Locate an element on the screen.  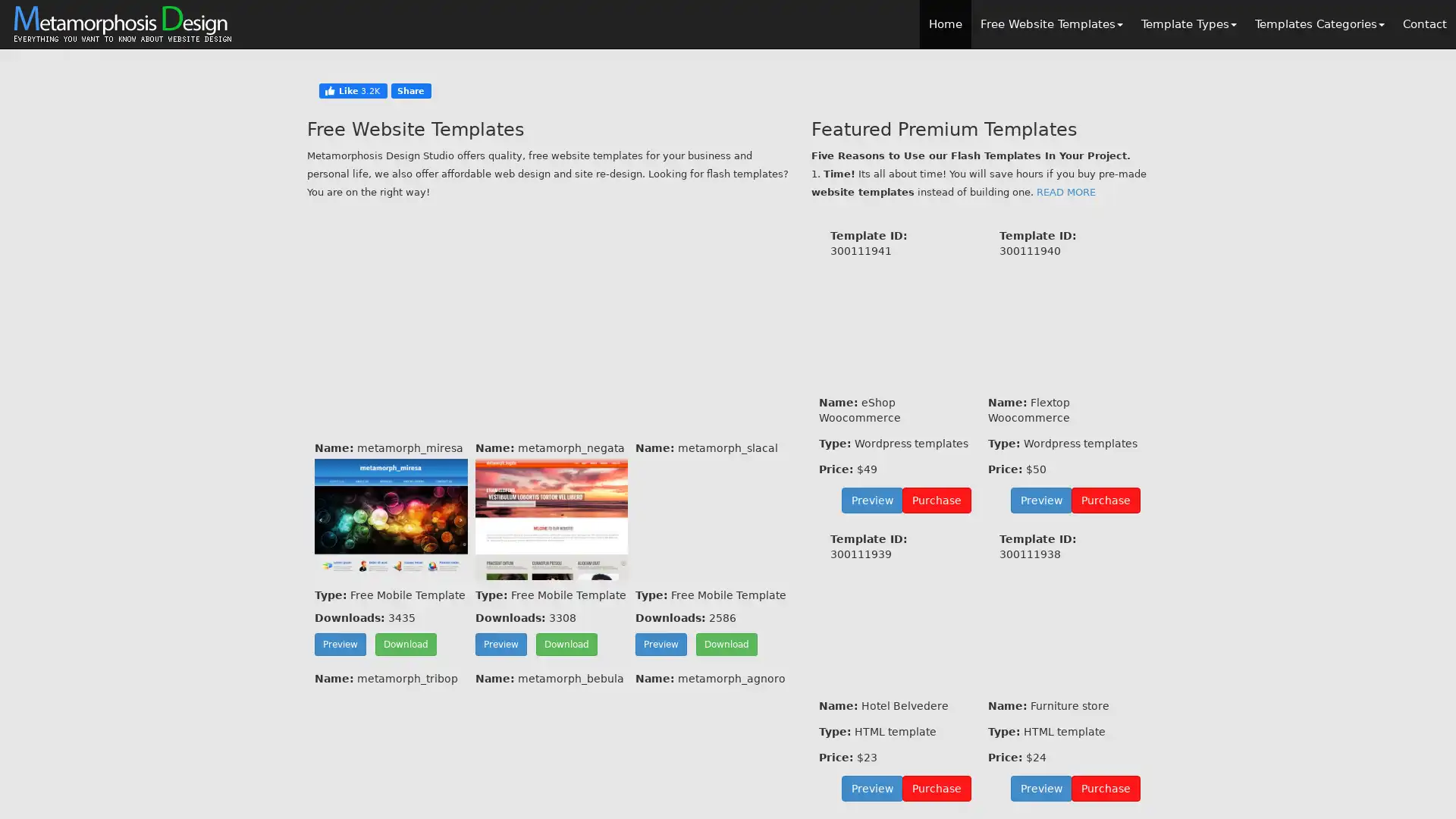
Purchase is located at coordinates (936, 788).